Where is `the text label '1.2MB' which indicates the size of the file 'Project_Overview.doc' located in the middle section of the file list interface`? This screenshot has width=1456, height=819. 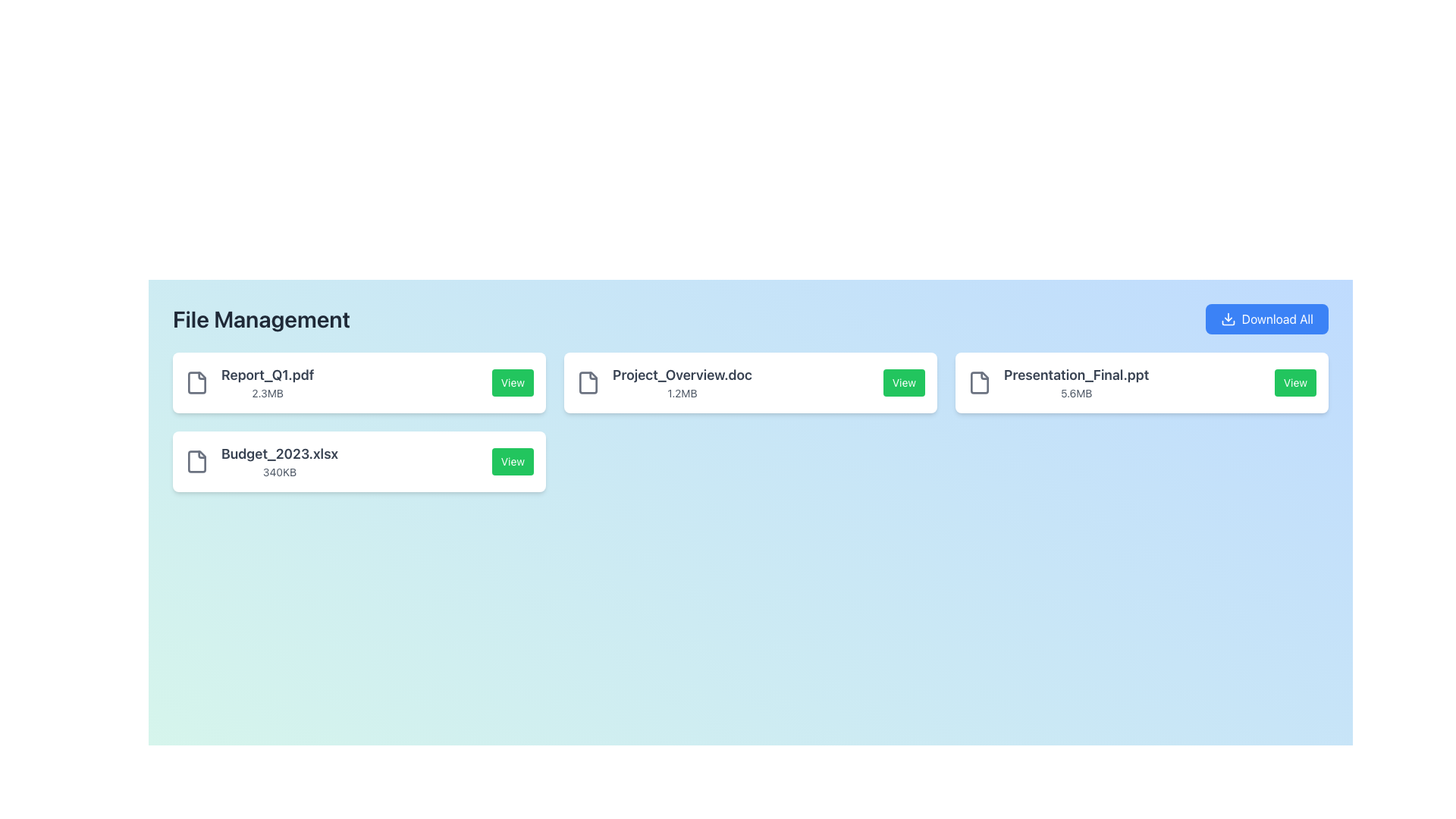
the text label '1.2MB' which indicates the size of the file 'Project_Overview.doc' located in the middle section of the file list interface is located at coordinates (681, 393).